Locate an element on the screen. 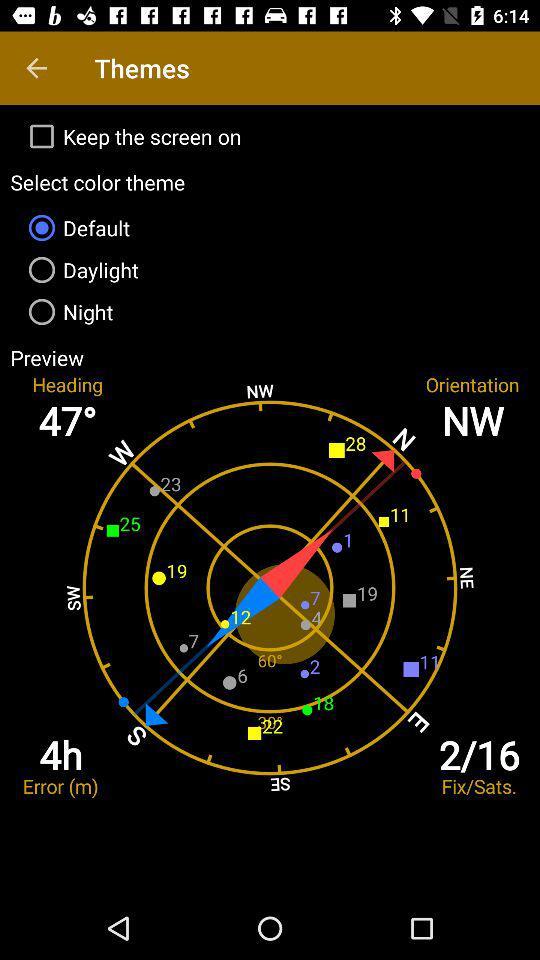  the default is located at coordinates (270, 228).